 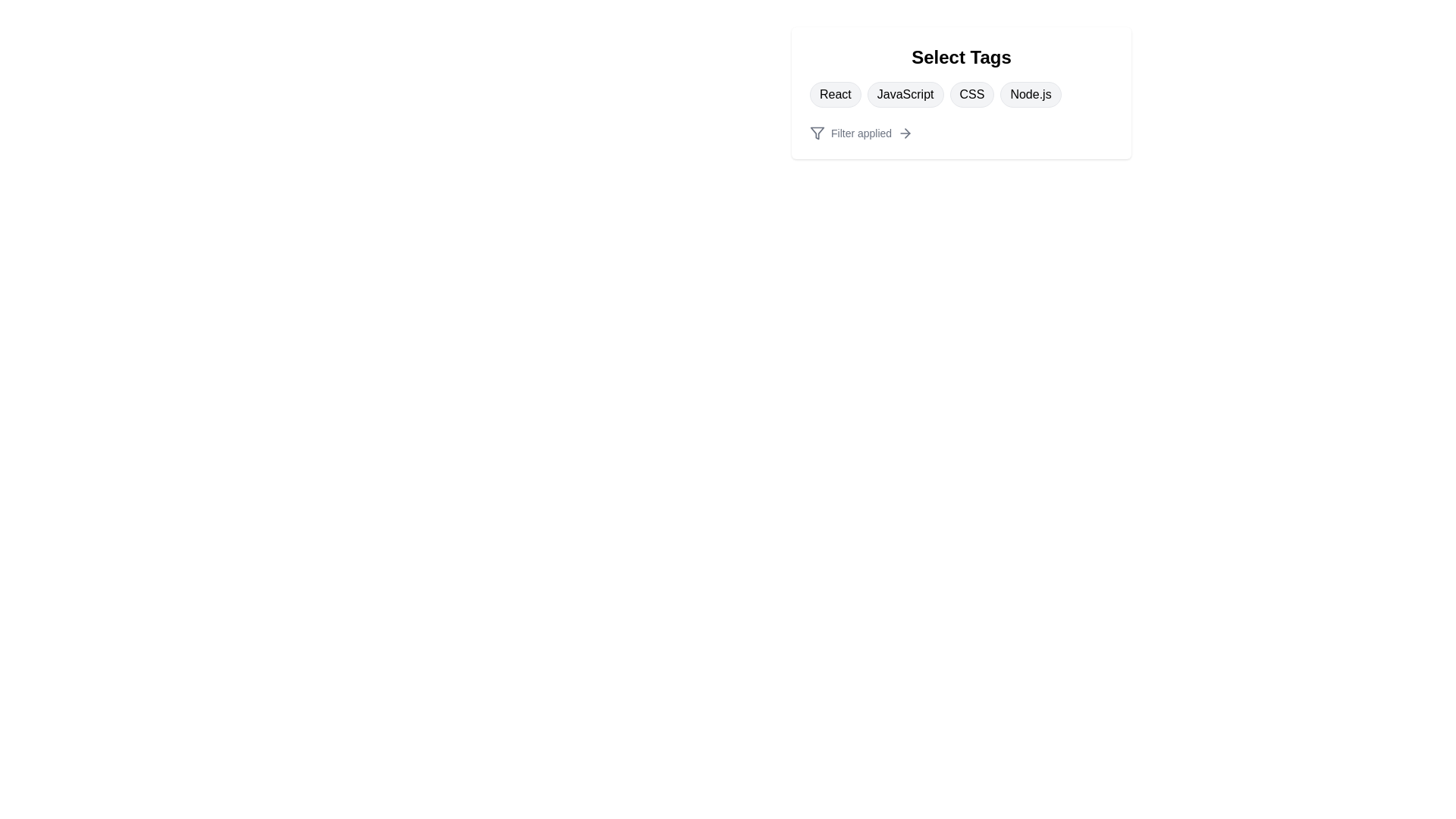 I want to click on the icon located at the far-right end of the 'Filter applied' section, immediately to the right of the 'Filter applied' text and filter icon, so click(x=905, y=133).